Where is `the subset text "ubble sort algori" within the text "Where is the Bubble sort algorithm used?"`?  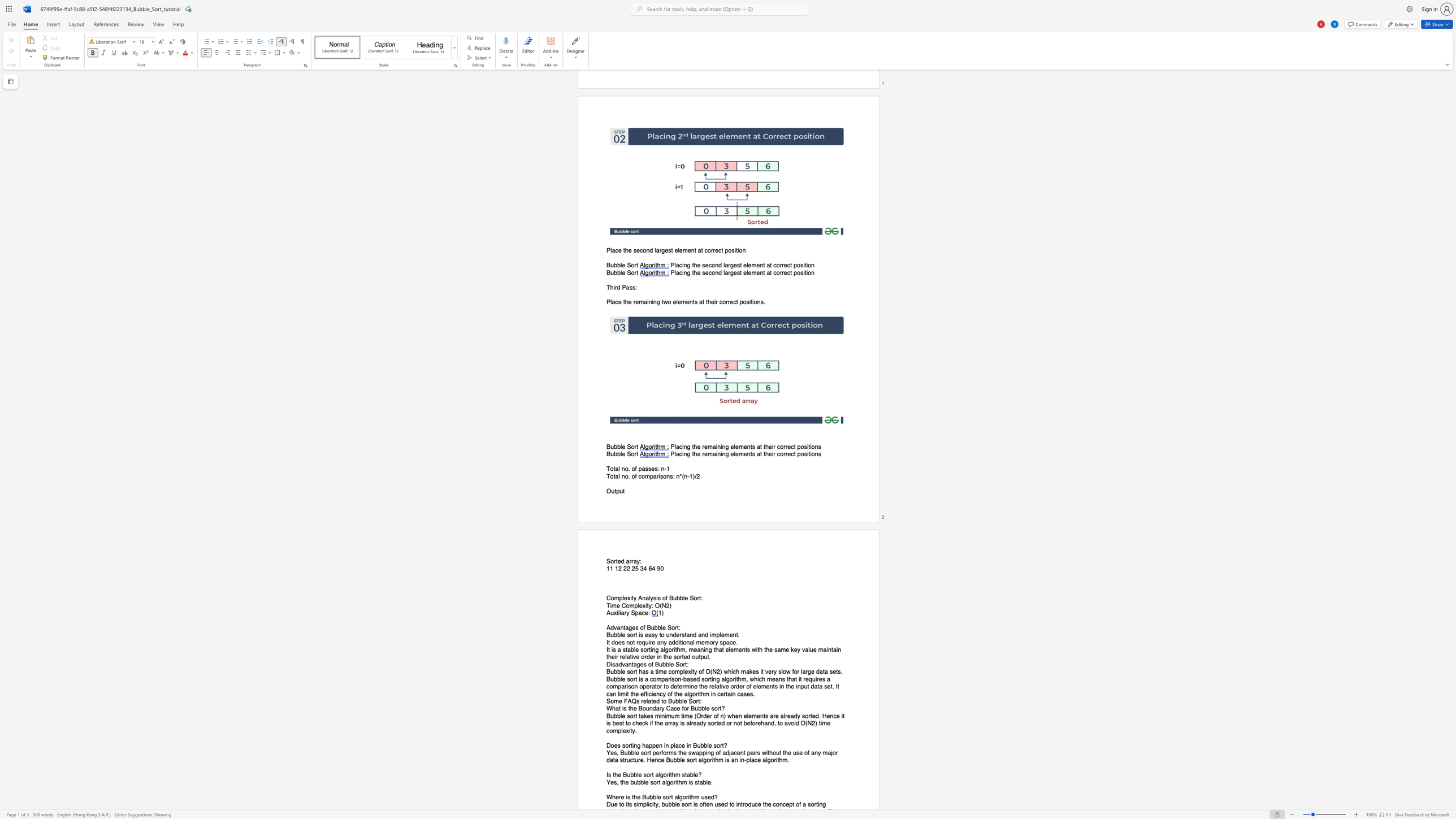 the subset text "ubble sort algori" within the text "Where is the Bubble sort algorithm used?" is located at coordinates (645, 796).